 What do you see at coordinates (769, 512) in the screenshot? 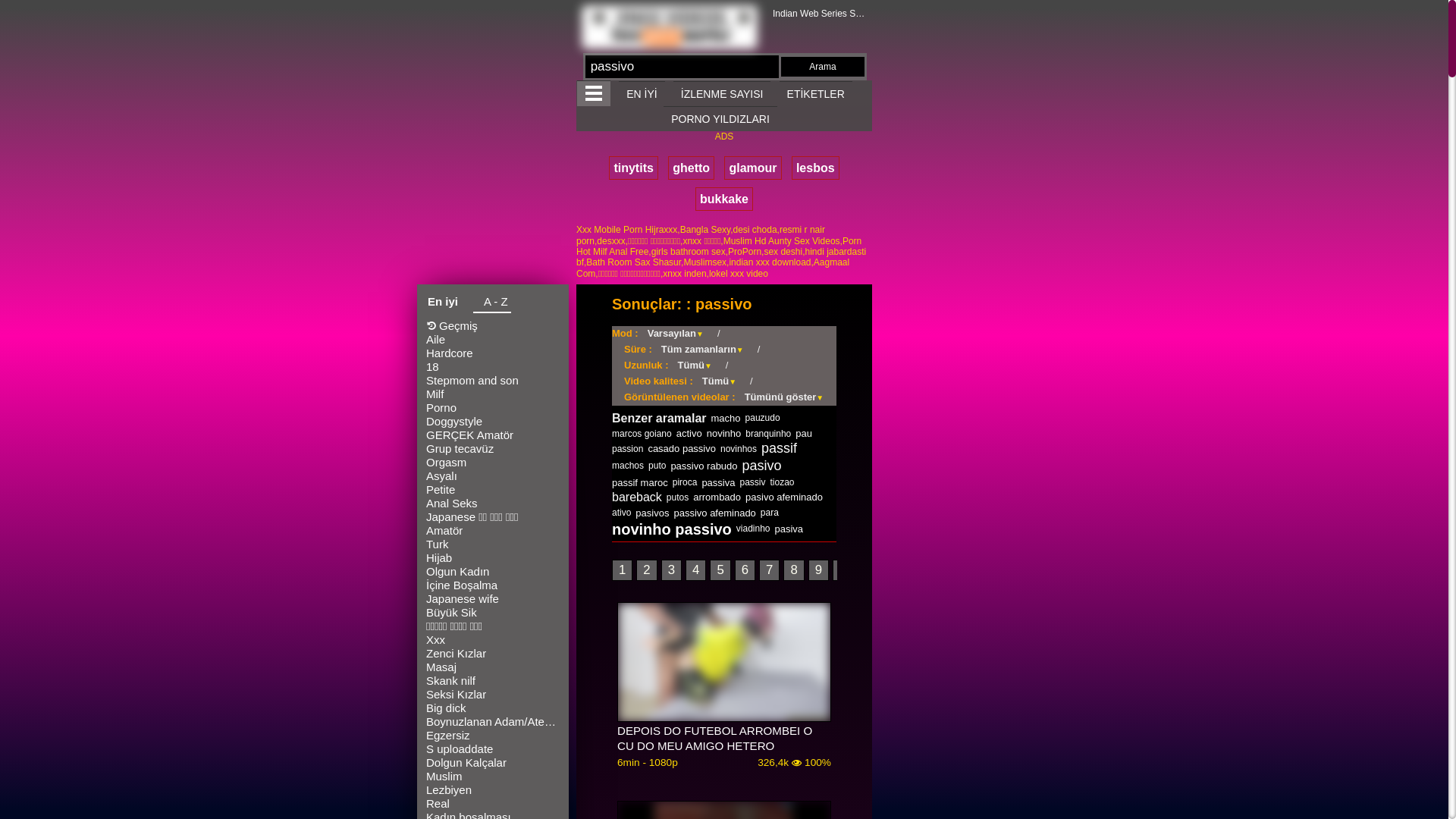
I see `'para'` at bounding box center [769, 512].